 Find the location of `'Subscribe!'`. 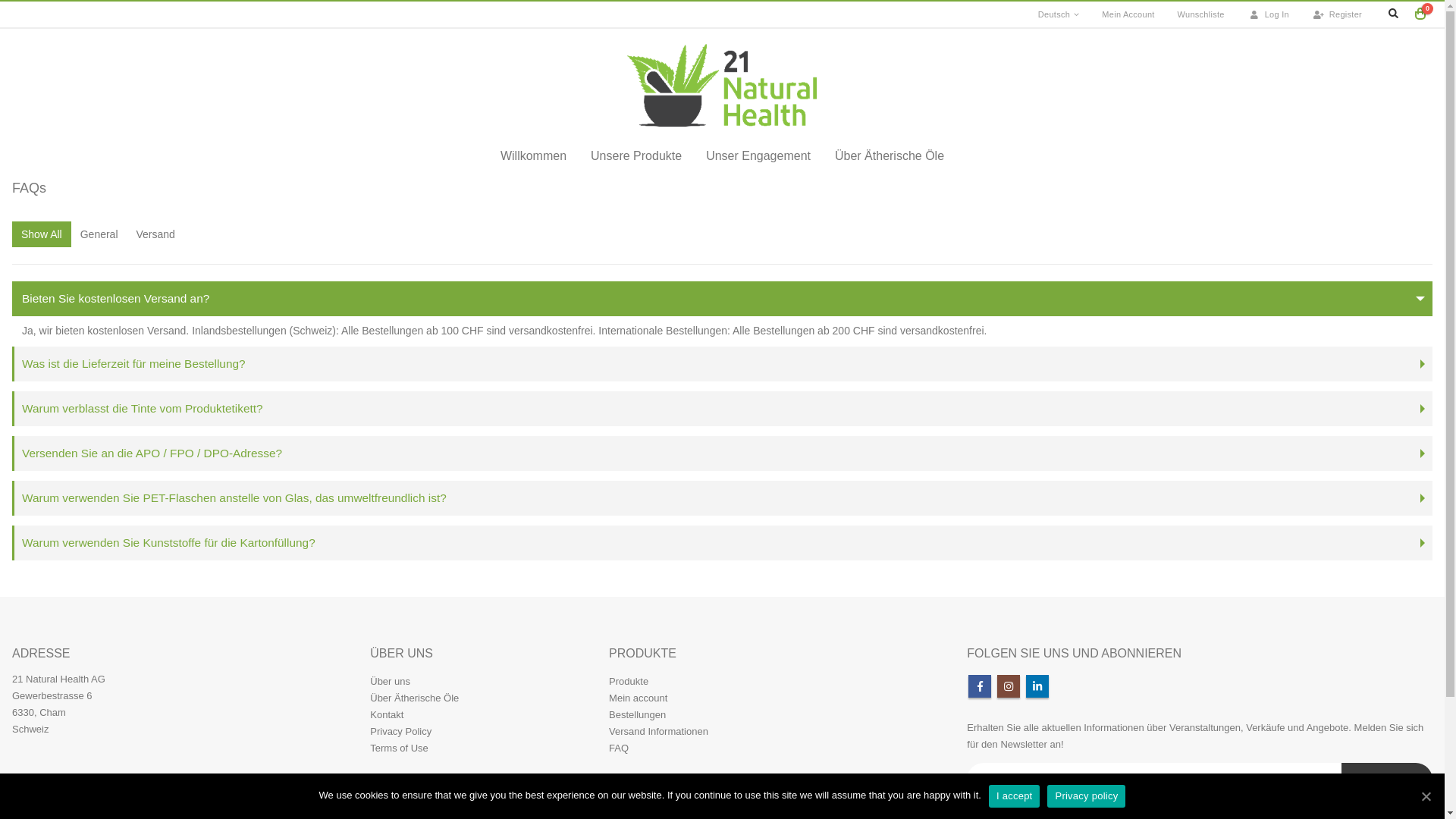

'Subscribe!' is located at coordinates (1386, 780).